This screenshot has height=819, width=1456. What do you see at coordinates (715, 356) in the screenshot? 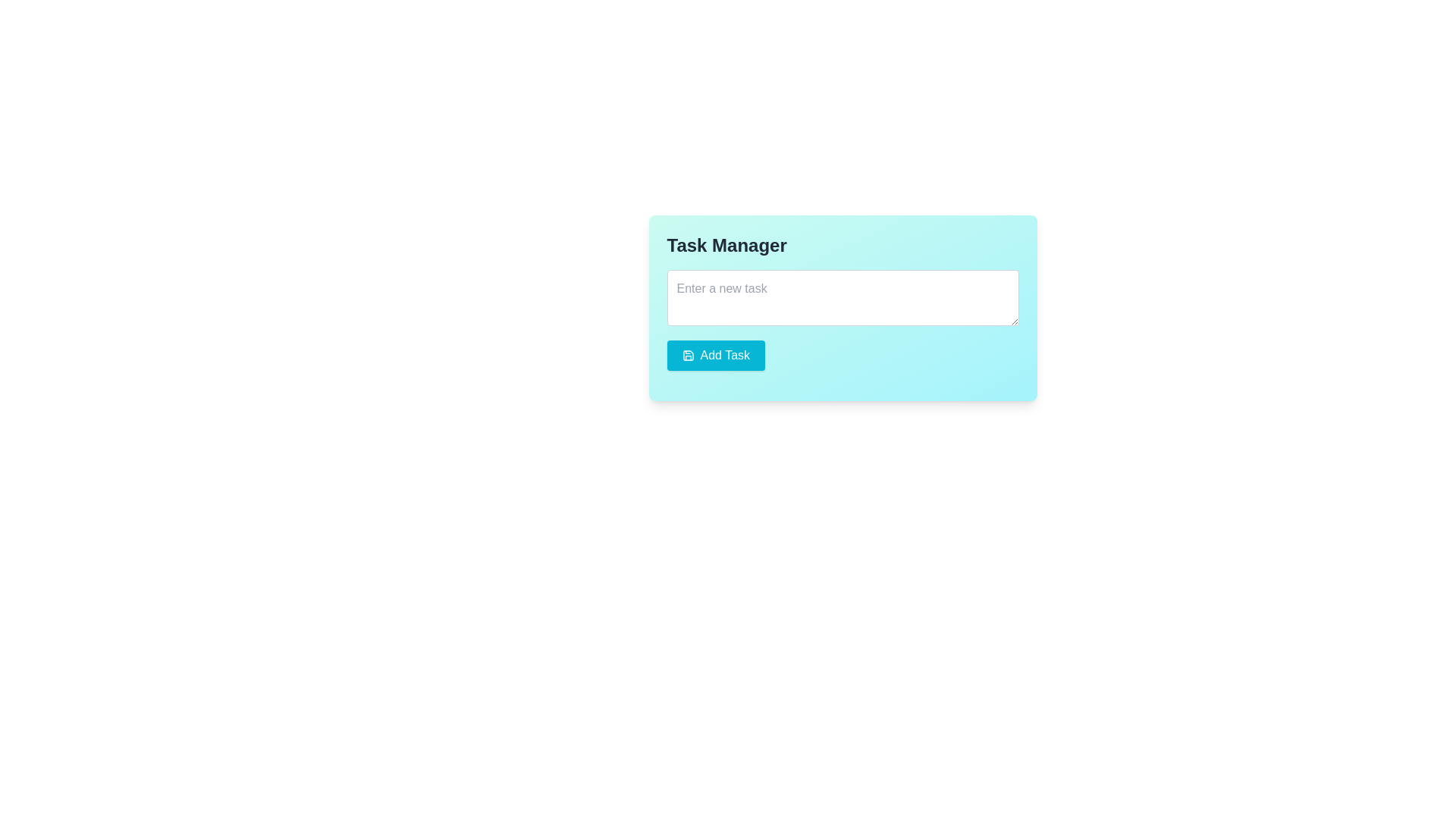
I see `the 'Add Task' button with a cyan background and white text located in the lower-left section of the 'Task Manager' card layout for visual feedback effect` at bounding box center [715, 356].